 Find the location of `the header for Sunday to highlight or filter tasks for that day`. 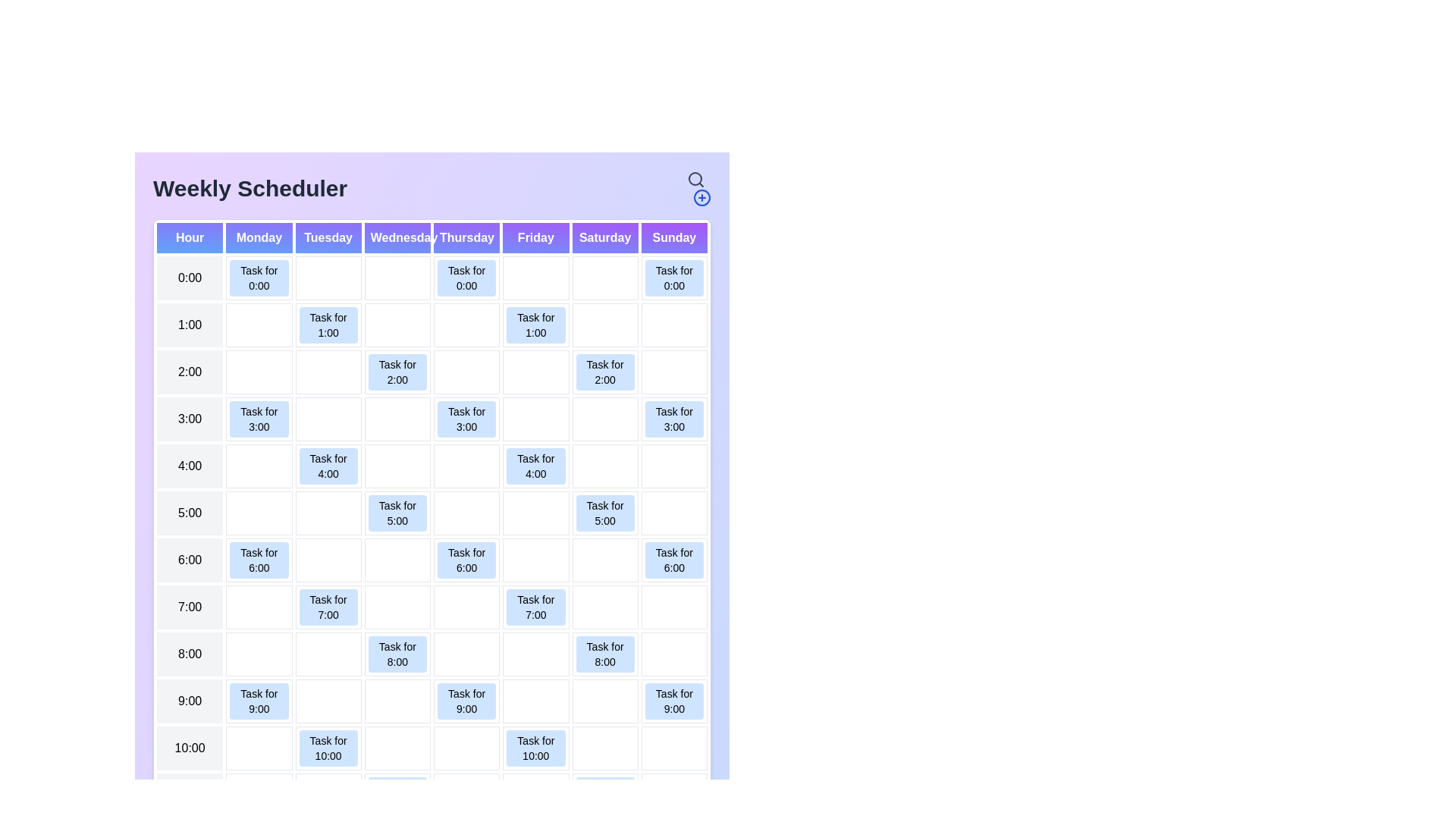

the header for Sunday to highlight or filter tasks for that day is located at coordinates (673, 237).